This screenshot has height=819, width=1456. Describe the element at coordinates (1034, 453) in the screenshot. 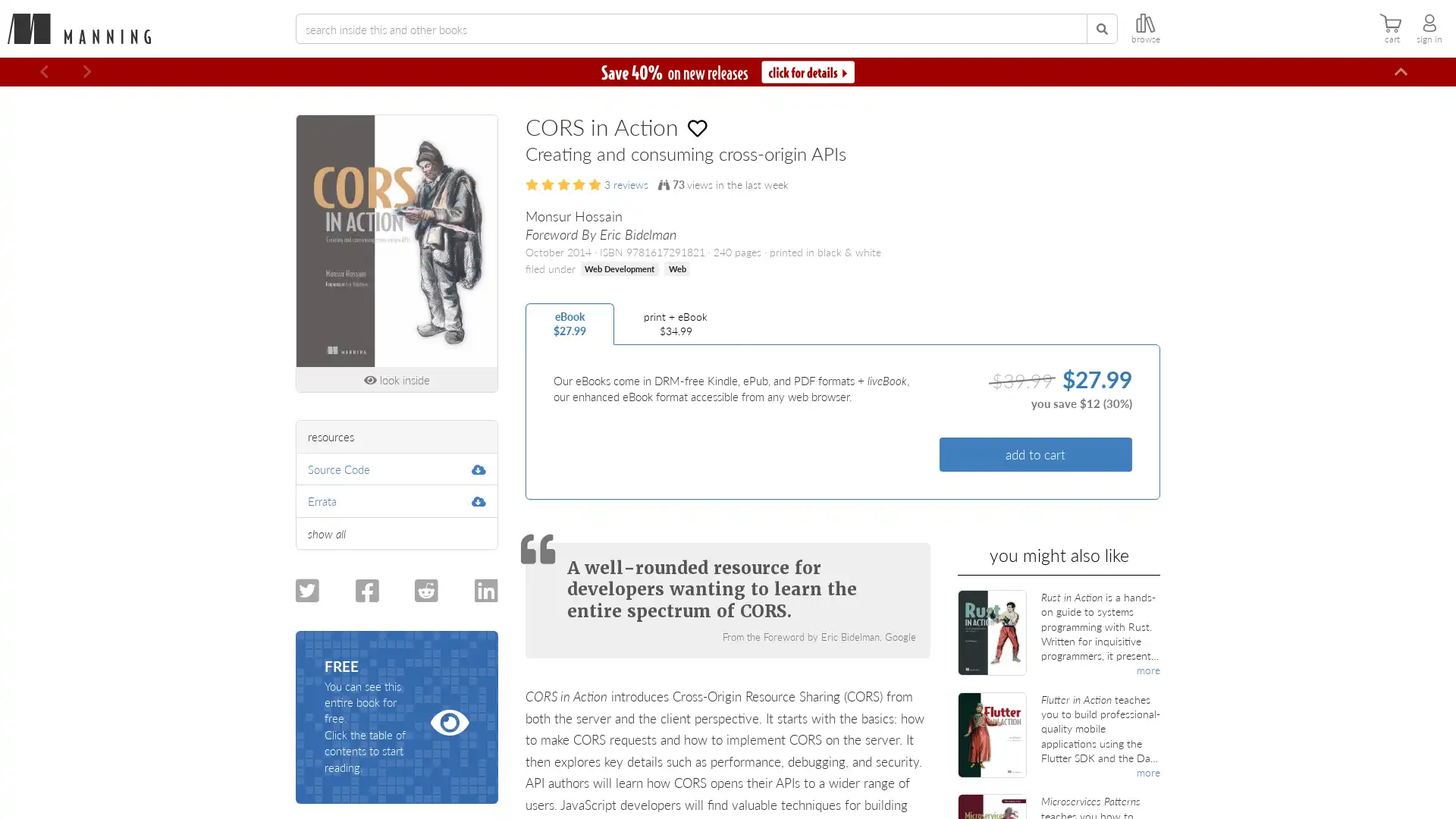

I see `add to cart` at that location.